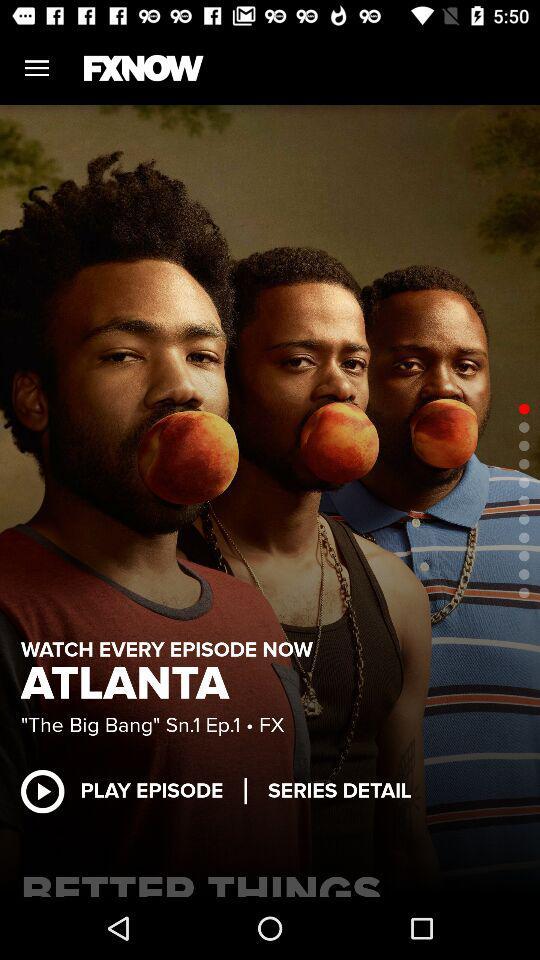 This screenshot has width=540, height=960. What do you see at coordinates (338, 791) in the screenshot?
I see `the item below the big bang` at bounding box center [338, 791].